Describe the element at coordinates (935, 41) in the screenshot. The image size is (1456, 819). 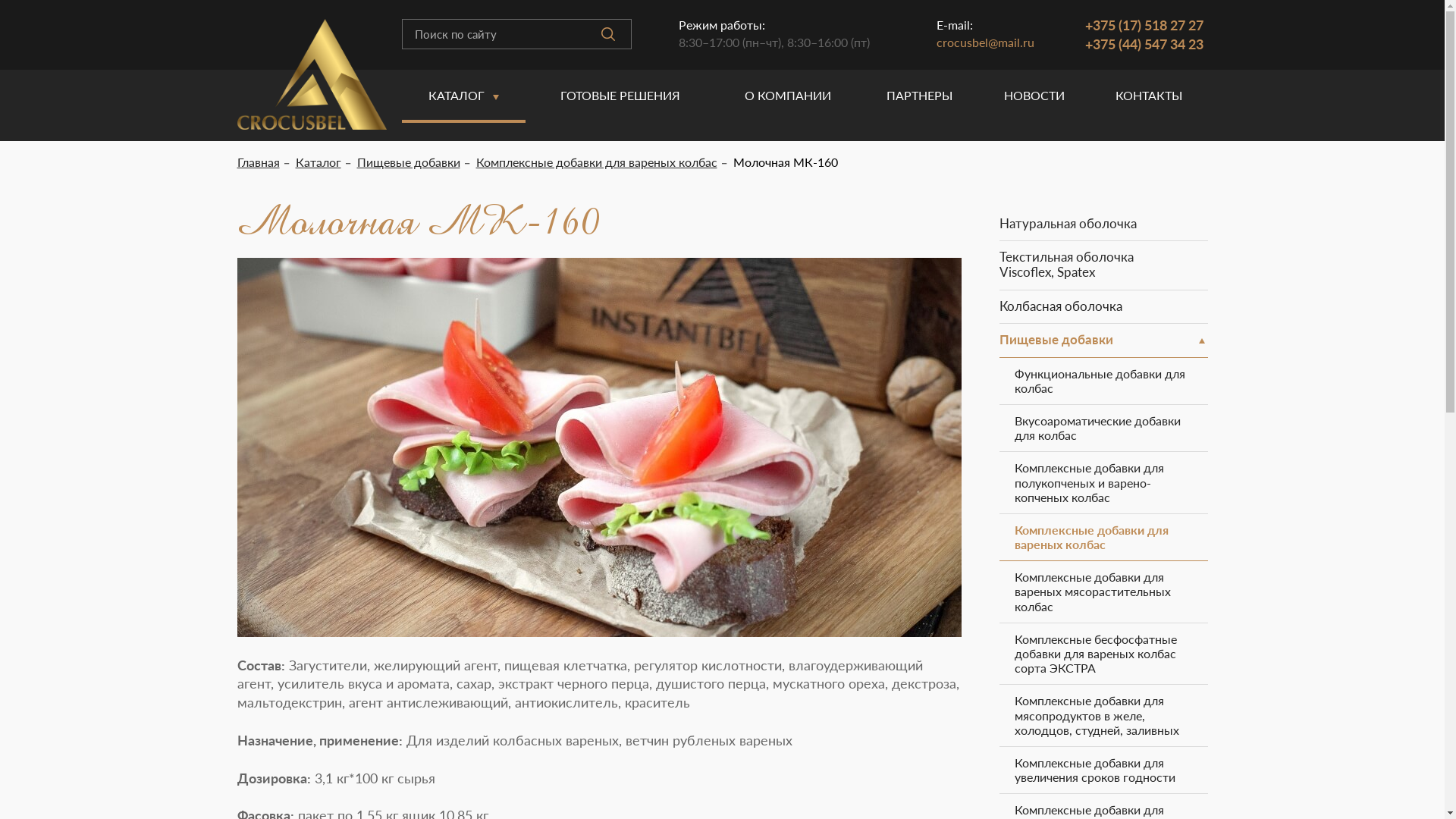
I see `'crocusbel@mail.ru'` at that location.